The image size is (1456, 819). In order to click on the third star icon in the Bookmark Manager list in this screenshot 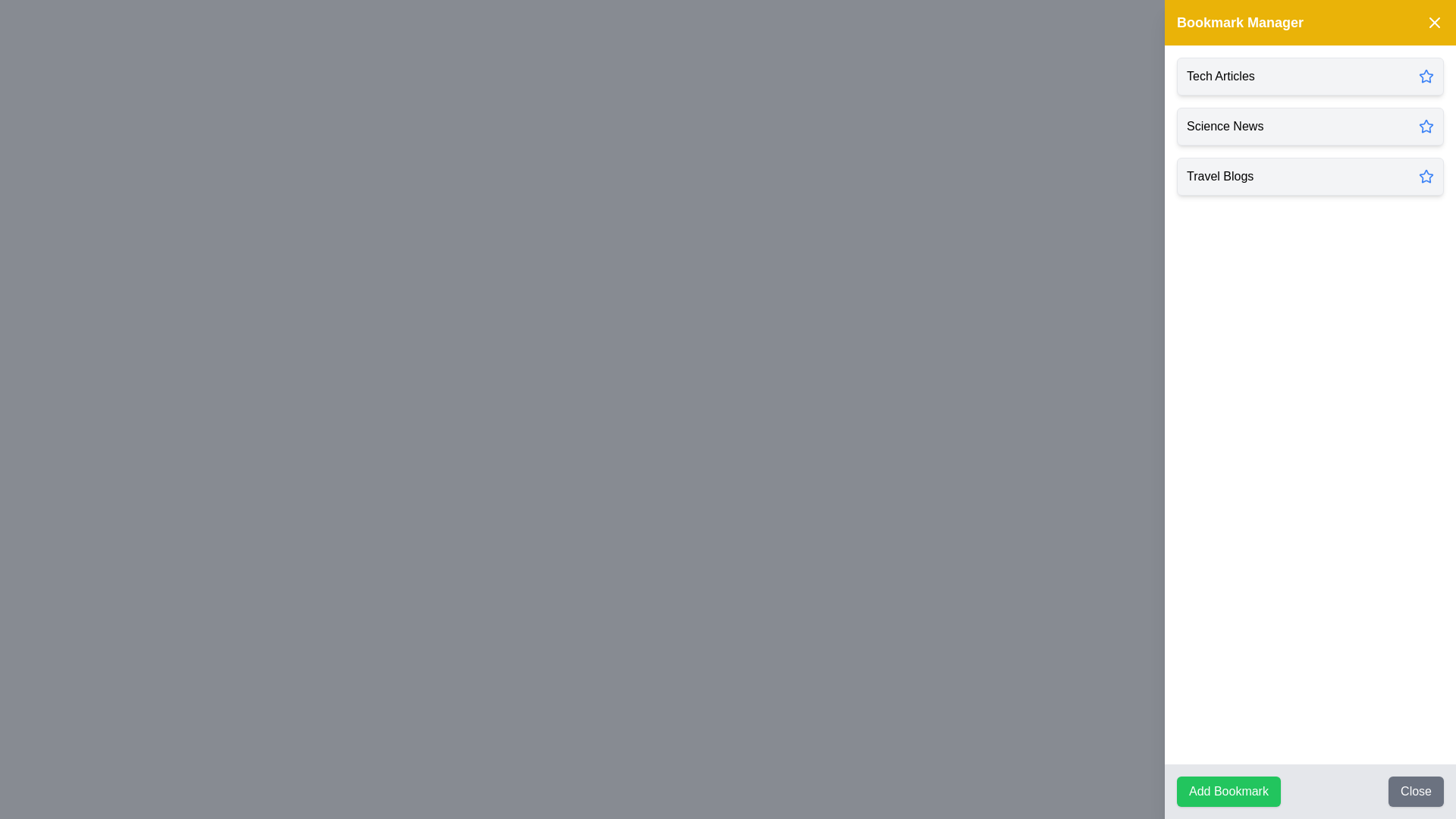, I will do `click(1425, 174)`.